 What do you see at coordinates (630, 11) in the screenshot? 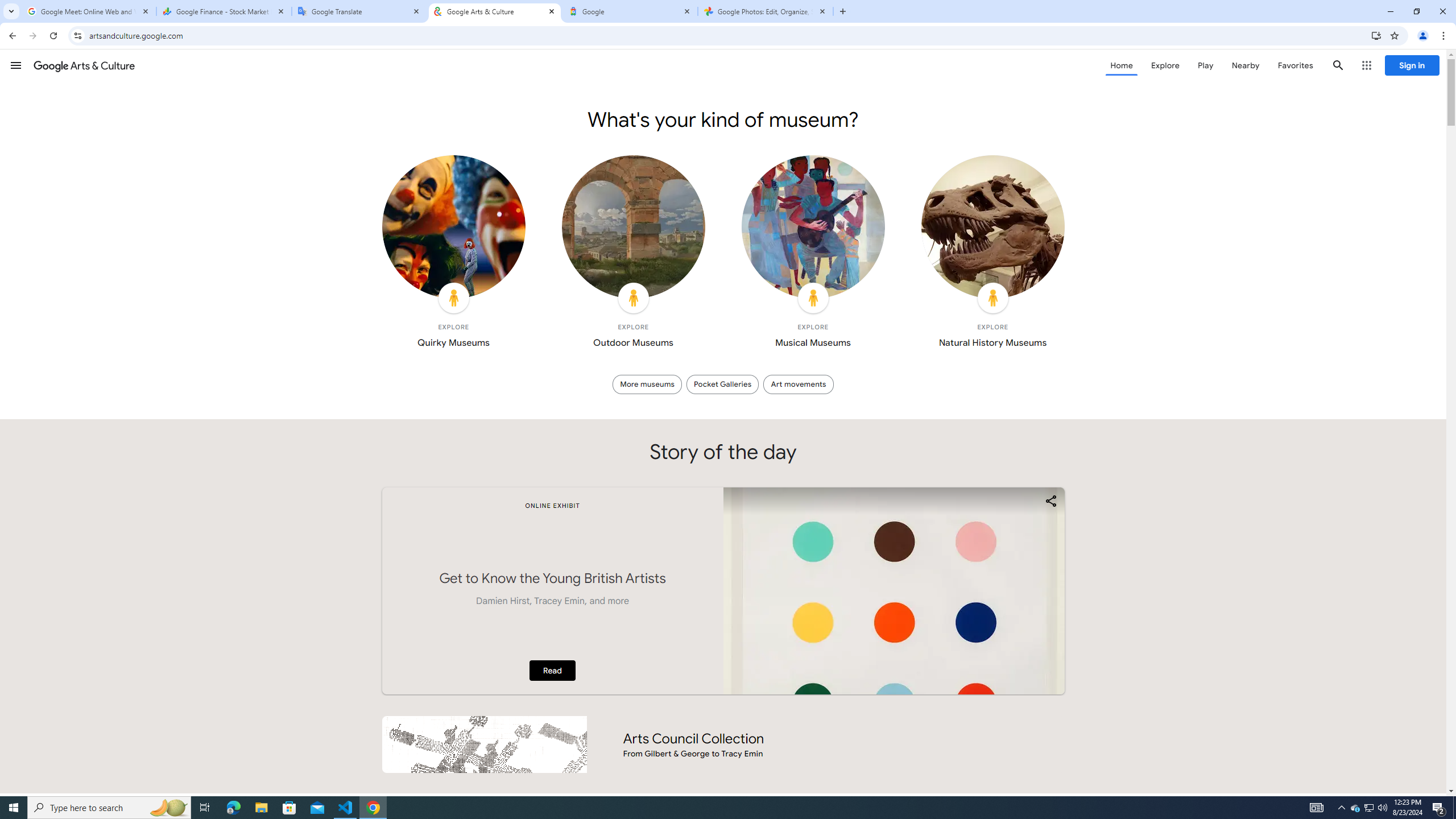
I see `'Google'` at bounding box center [630, 11].